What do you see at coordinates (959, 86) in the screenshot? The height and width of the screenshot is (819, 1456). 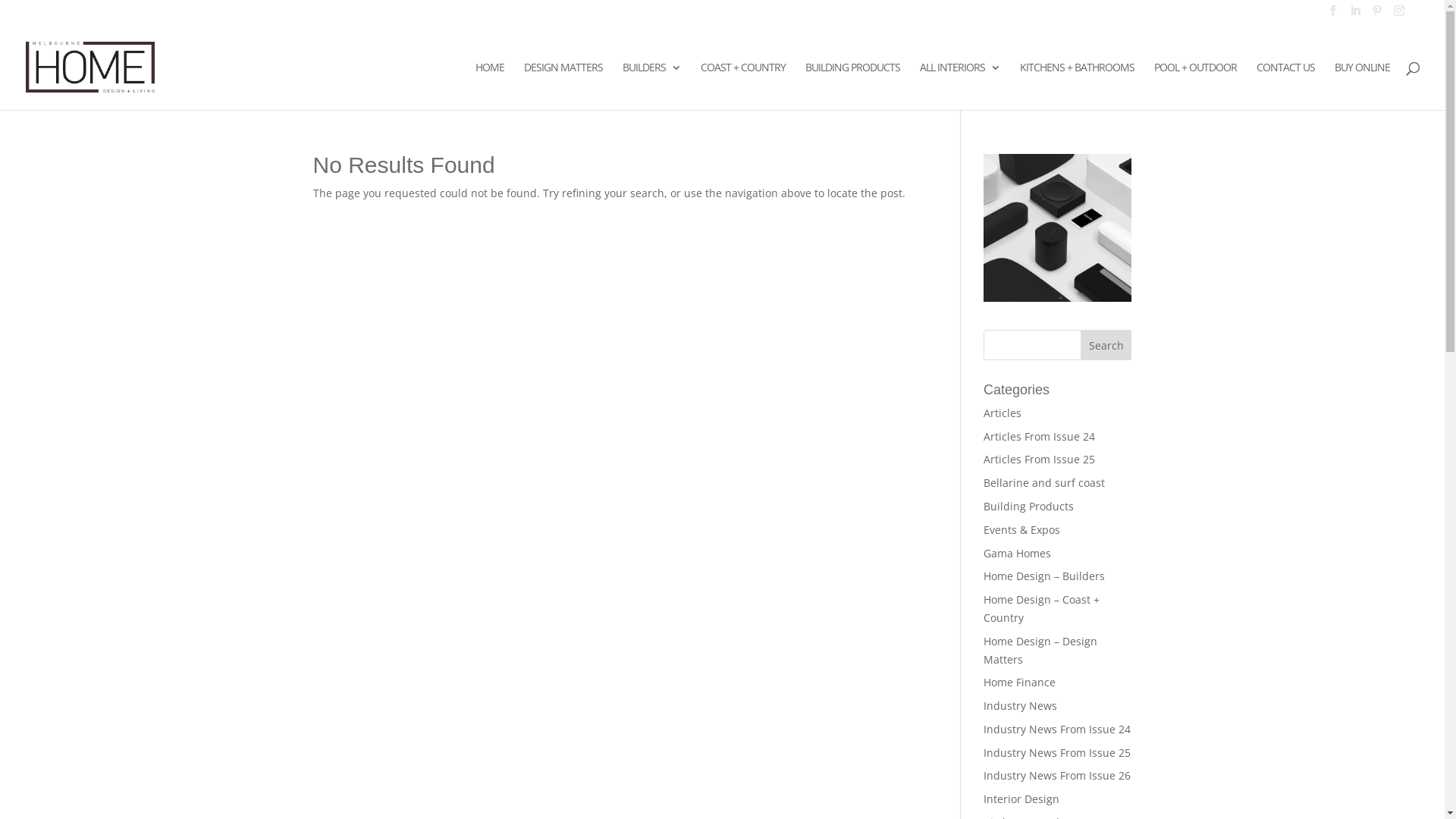 I see `'ALL INTERIORS'` at bounding box center [959, 86].